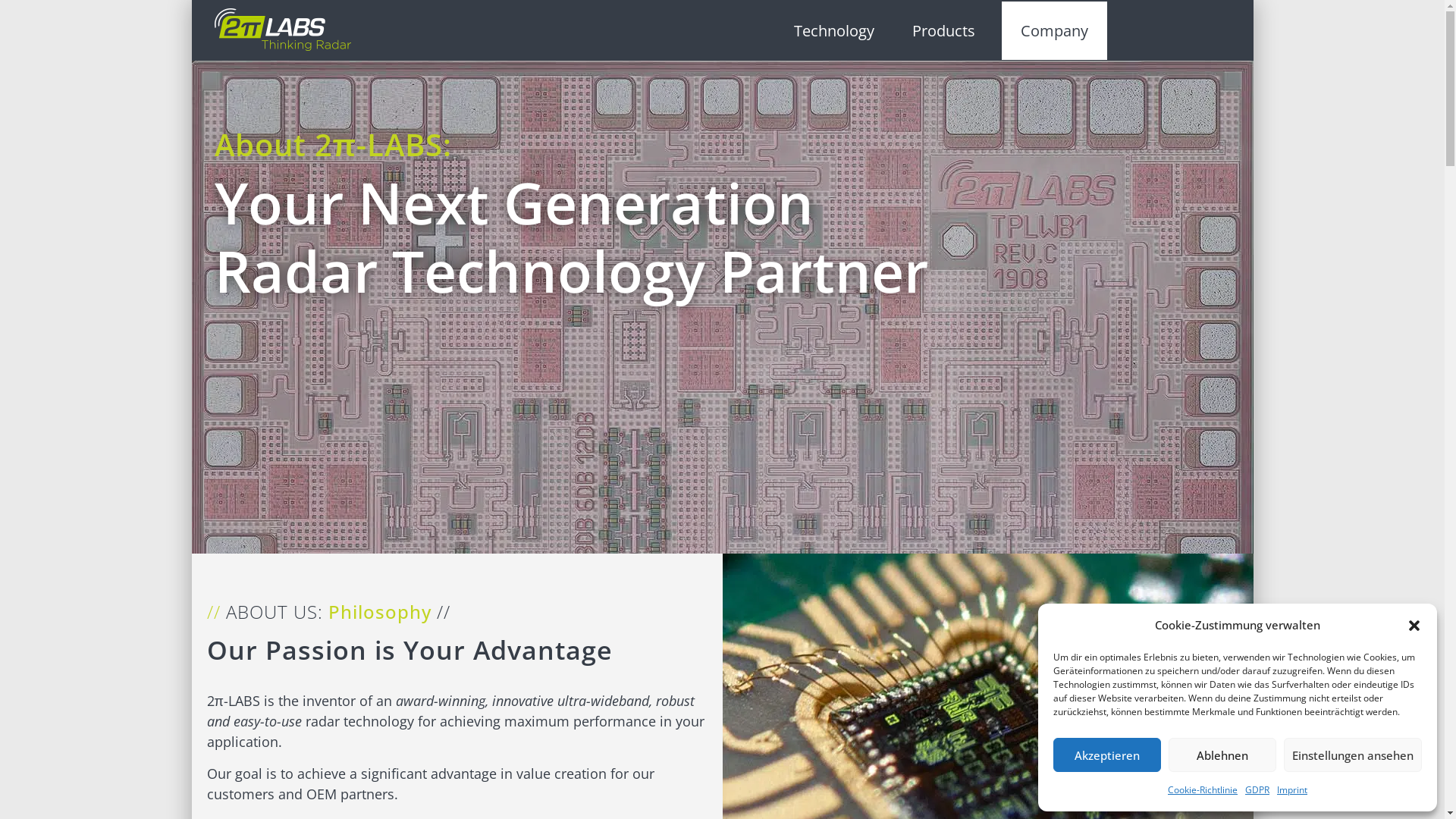  Describe the element at coordinates (1257, 789) in the screenshot. I see `'GDPR'` at that location.